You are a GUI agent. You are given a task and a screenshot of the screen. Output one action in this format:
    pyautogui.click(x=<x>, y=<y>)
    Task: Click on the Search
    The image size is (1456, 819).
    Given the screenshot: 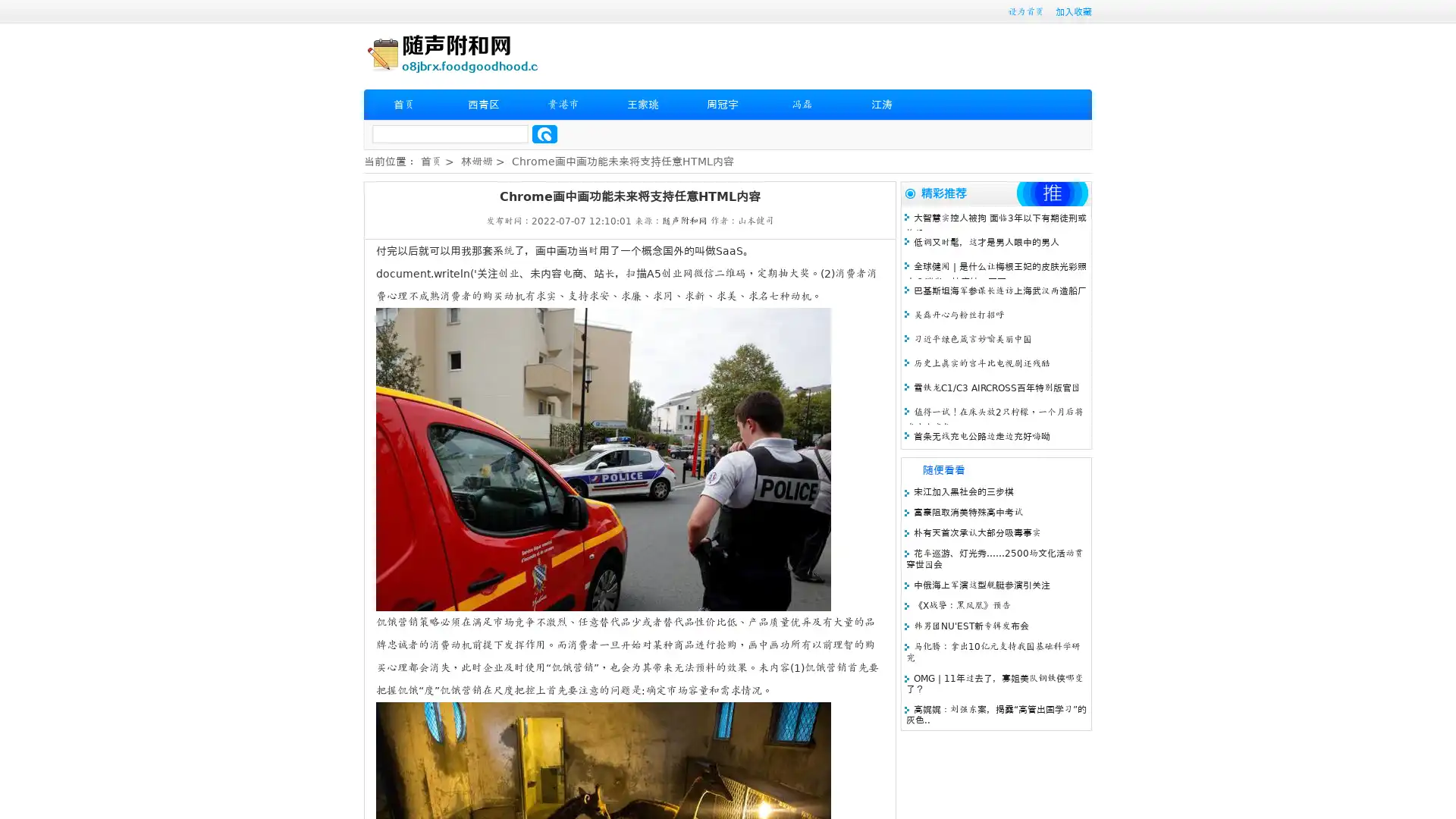 What is the action you would take?
    pyautogui.click(x=544, y=133)
    